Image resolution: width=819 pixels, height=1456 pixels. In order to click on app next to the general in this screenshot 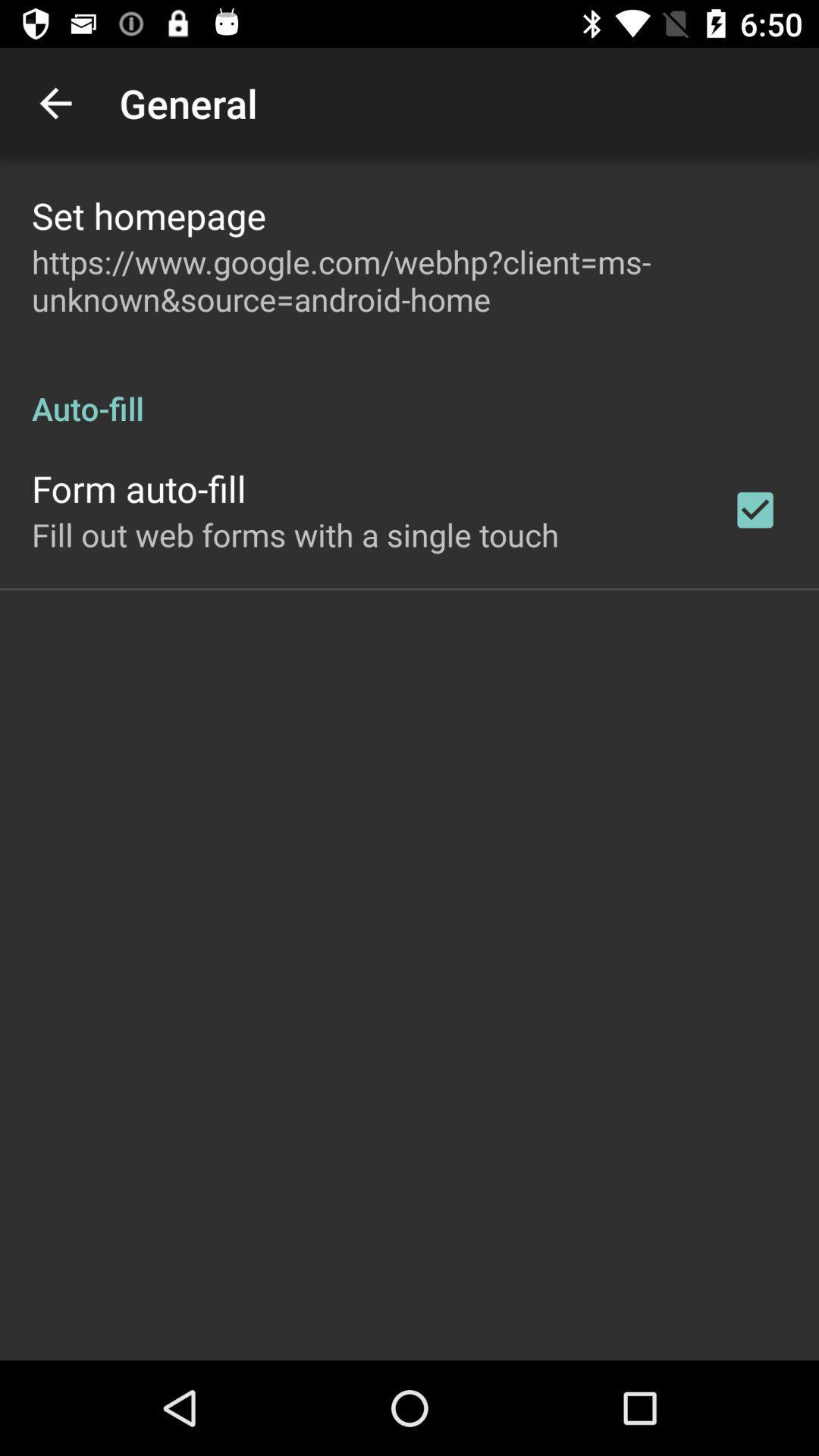, I will do `click(55, 102)`.